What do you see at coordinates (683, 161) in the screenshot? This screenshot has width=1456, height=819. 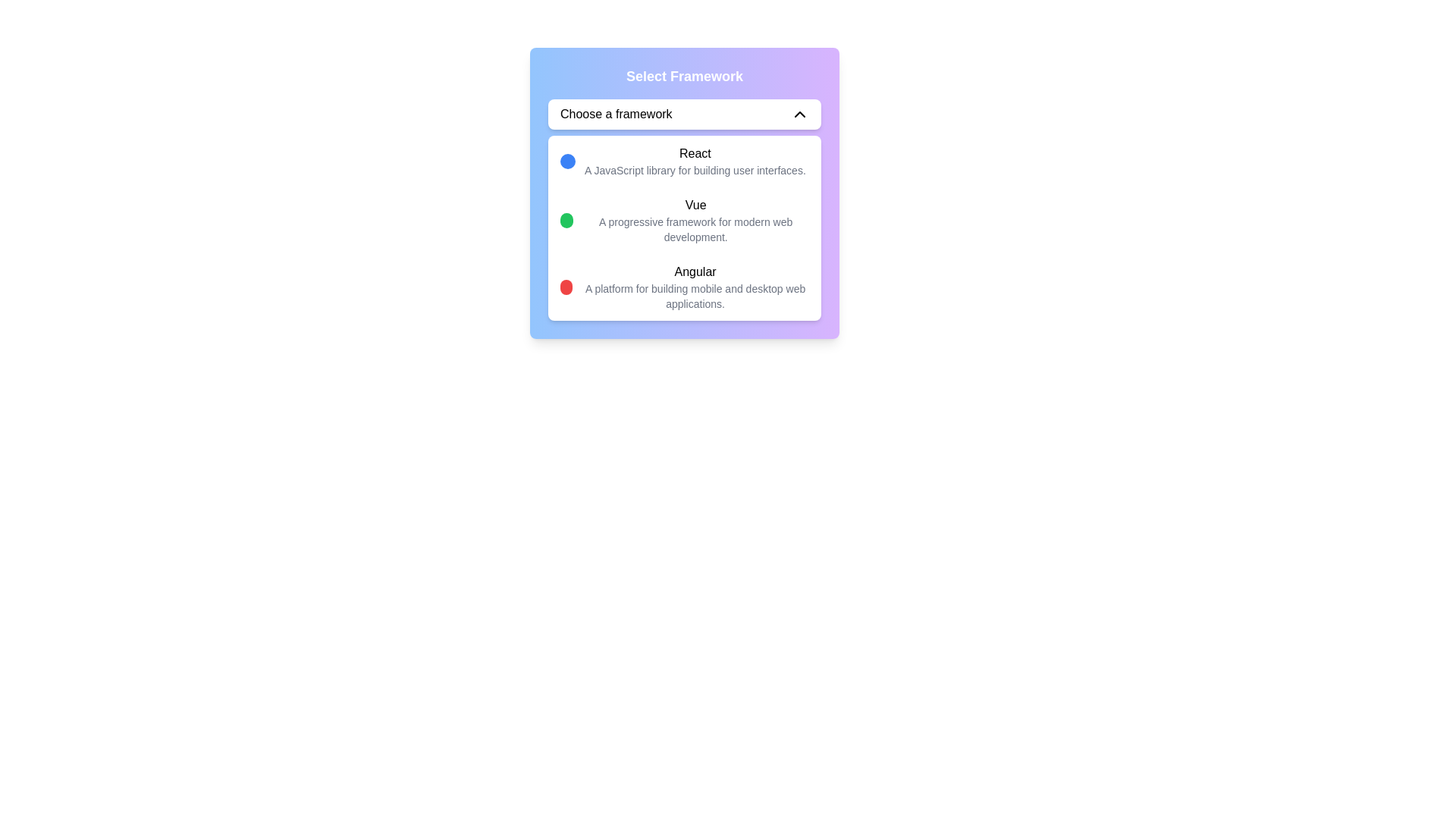 I see `the first list item in the dropdown menu labeled 'Choose a framework'` at bounding box center [683, 161].